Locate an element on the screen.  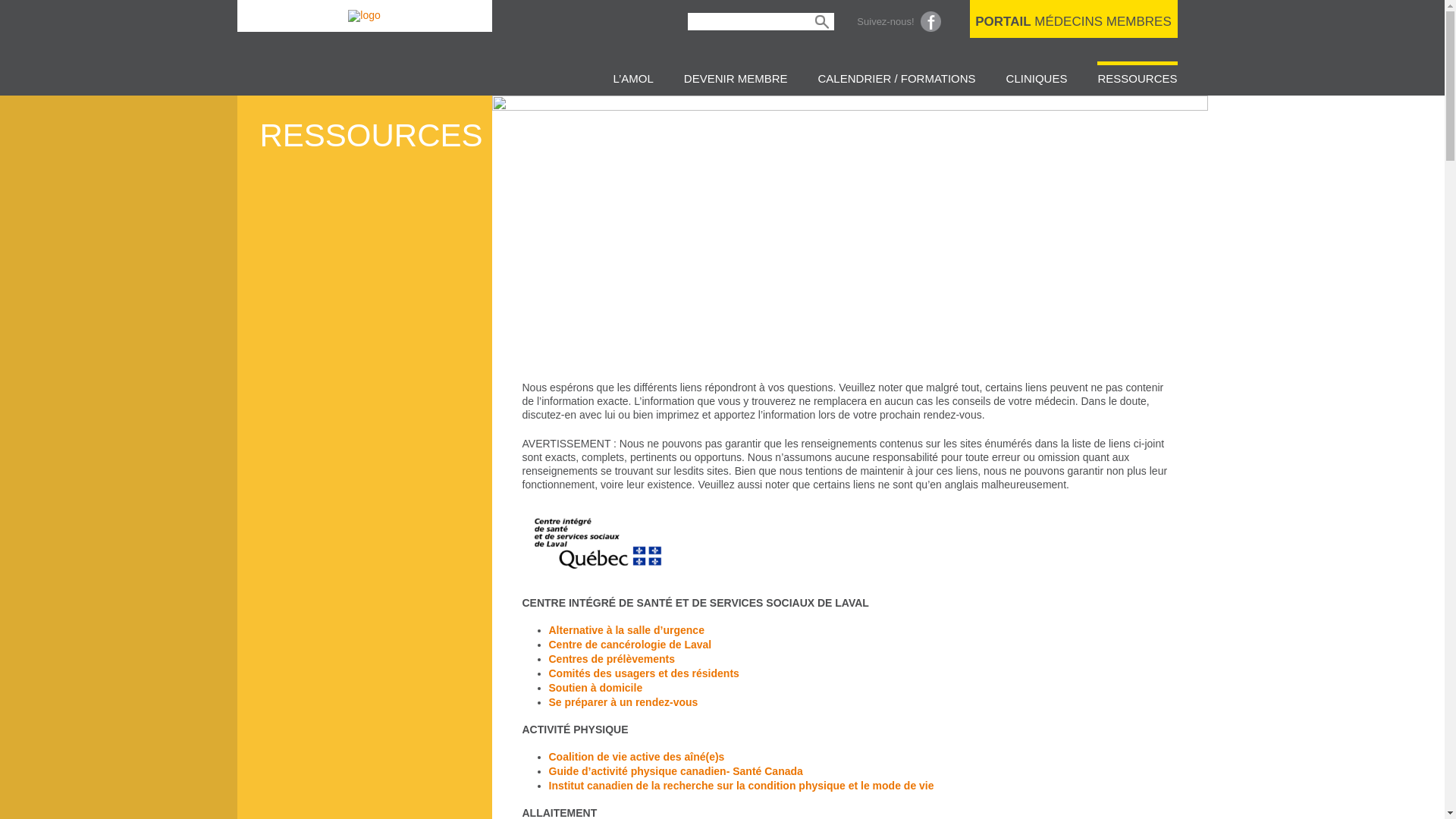
'CLINIQUES' is located at coordinates (1006, 76).